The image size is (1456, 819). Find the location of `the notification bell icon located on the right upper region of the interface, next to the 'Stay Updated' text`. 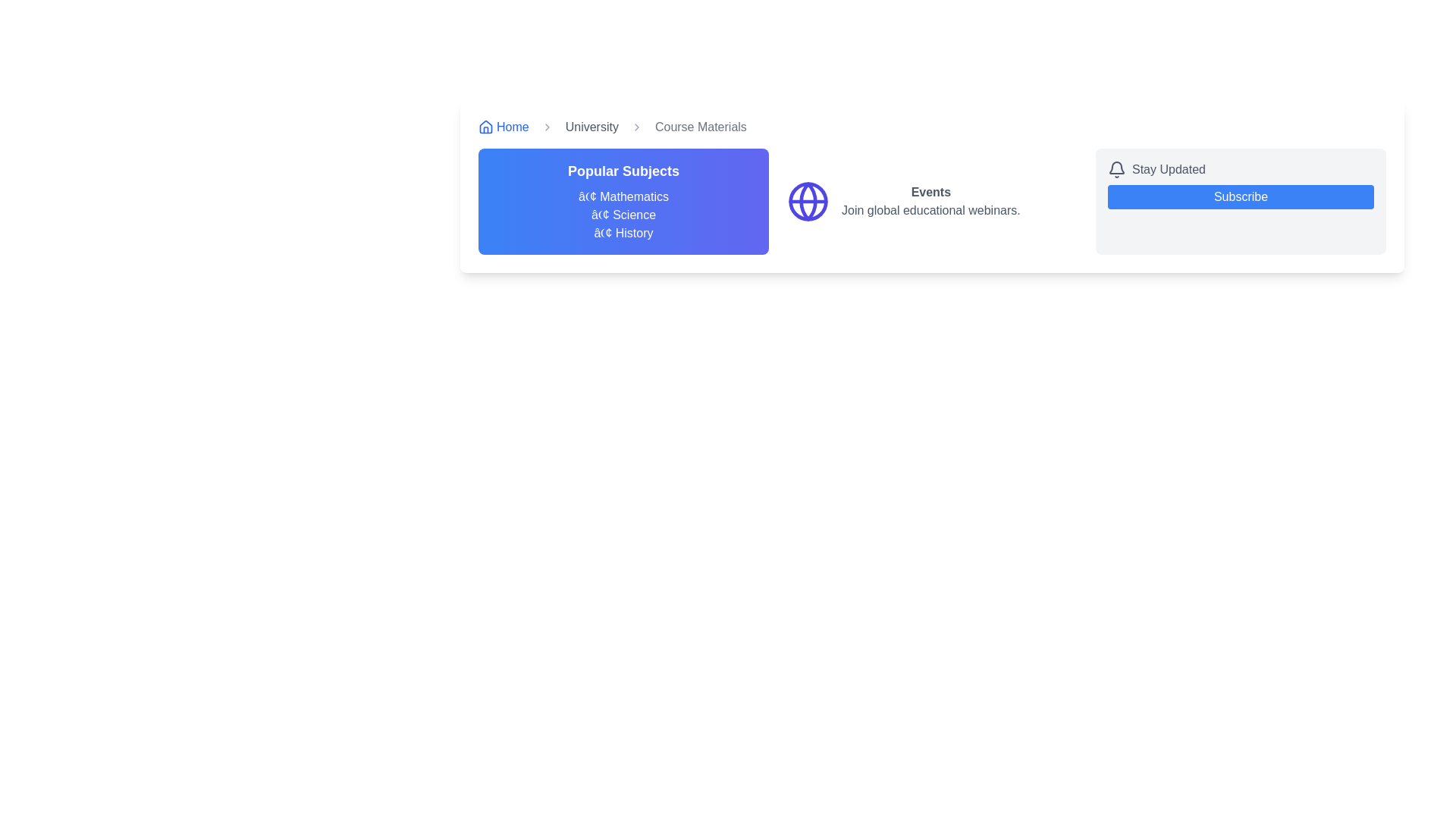

the notification bell icon located on the right upper region of the interface, next to the 'Stay Updated' text is located at coordinates (1117, 169).